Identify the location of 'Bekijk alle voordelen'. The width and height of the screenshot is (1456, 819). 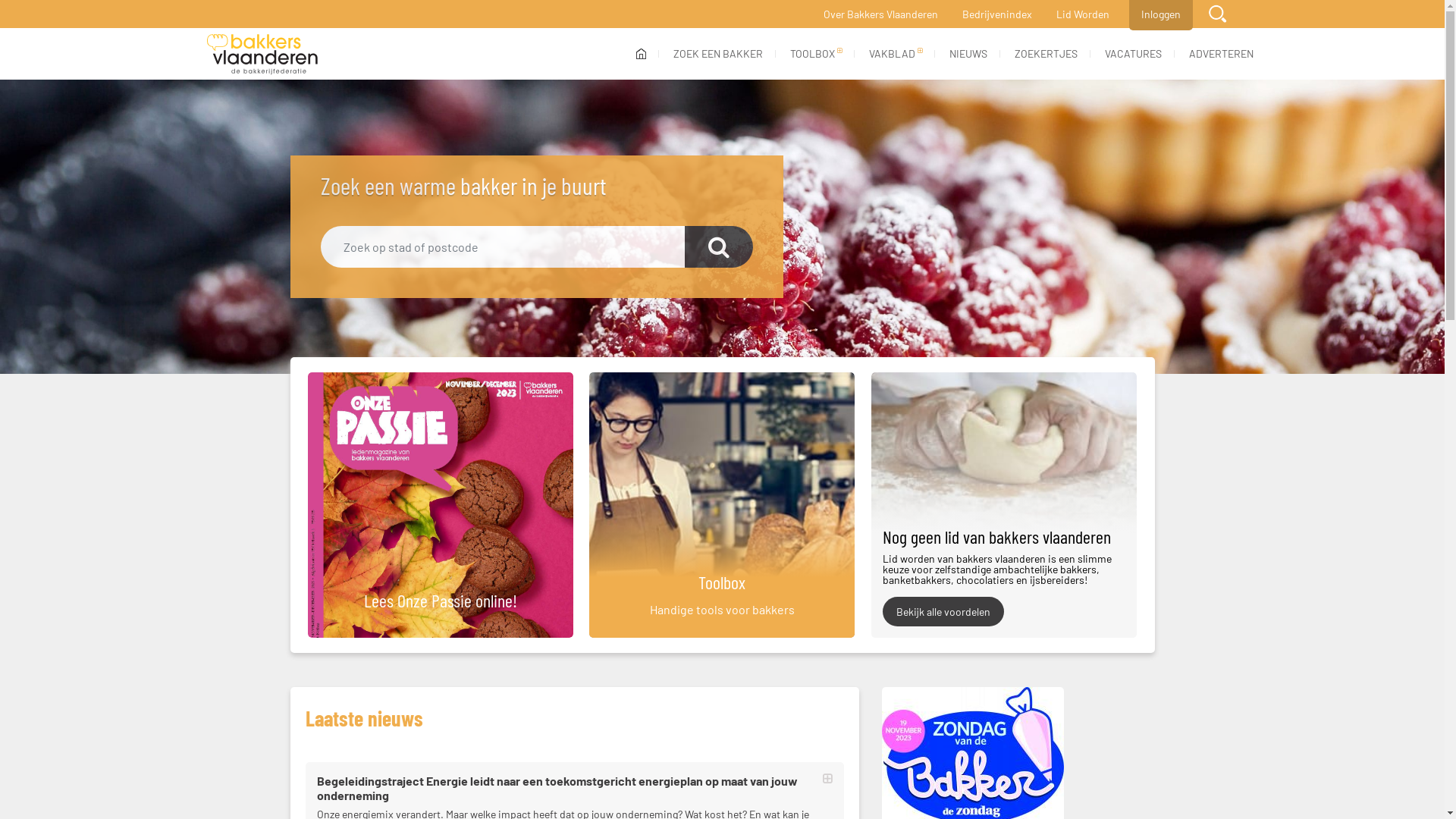
(942, 610).